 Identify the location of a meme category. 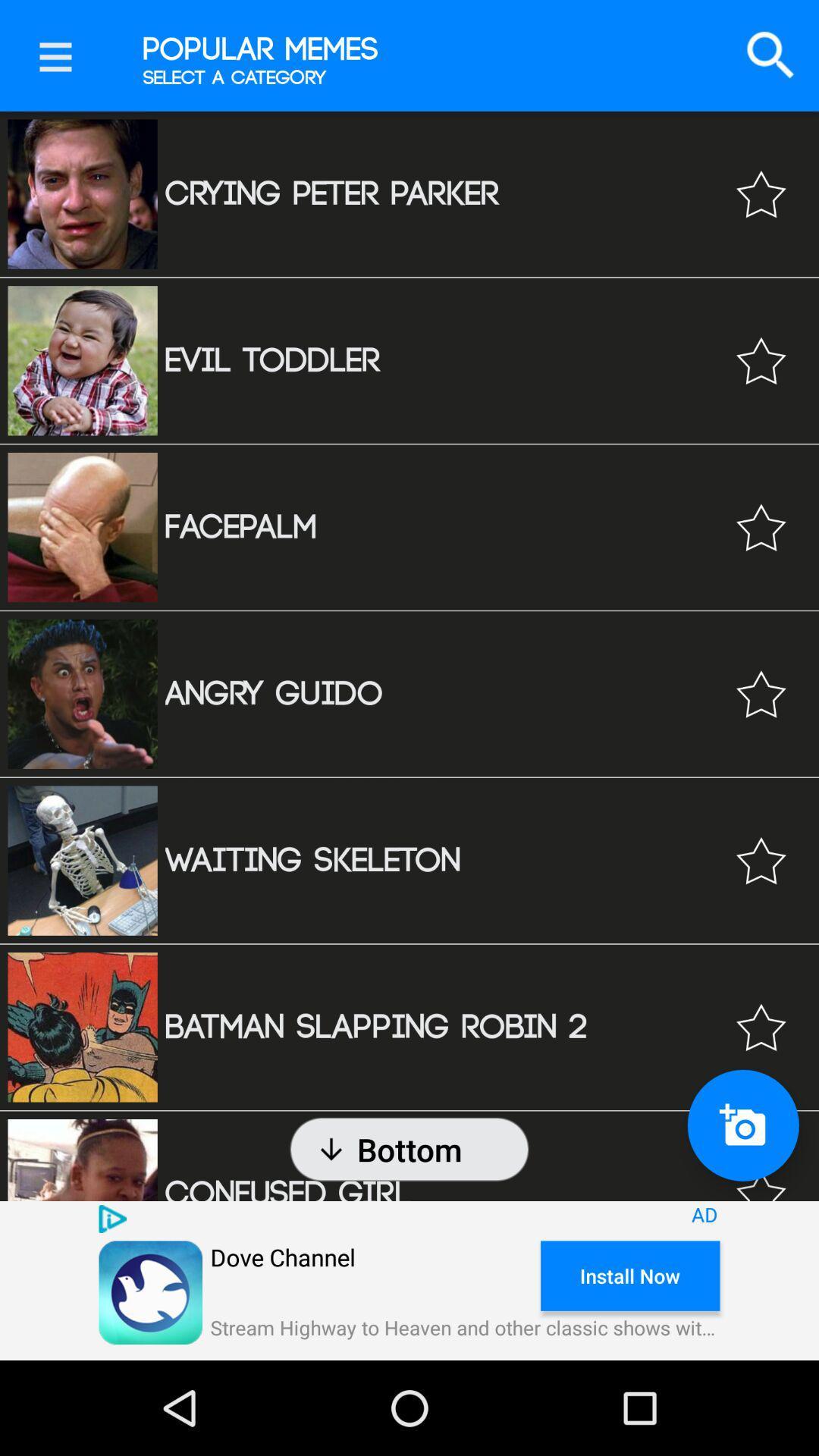
(761, 193).